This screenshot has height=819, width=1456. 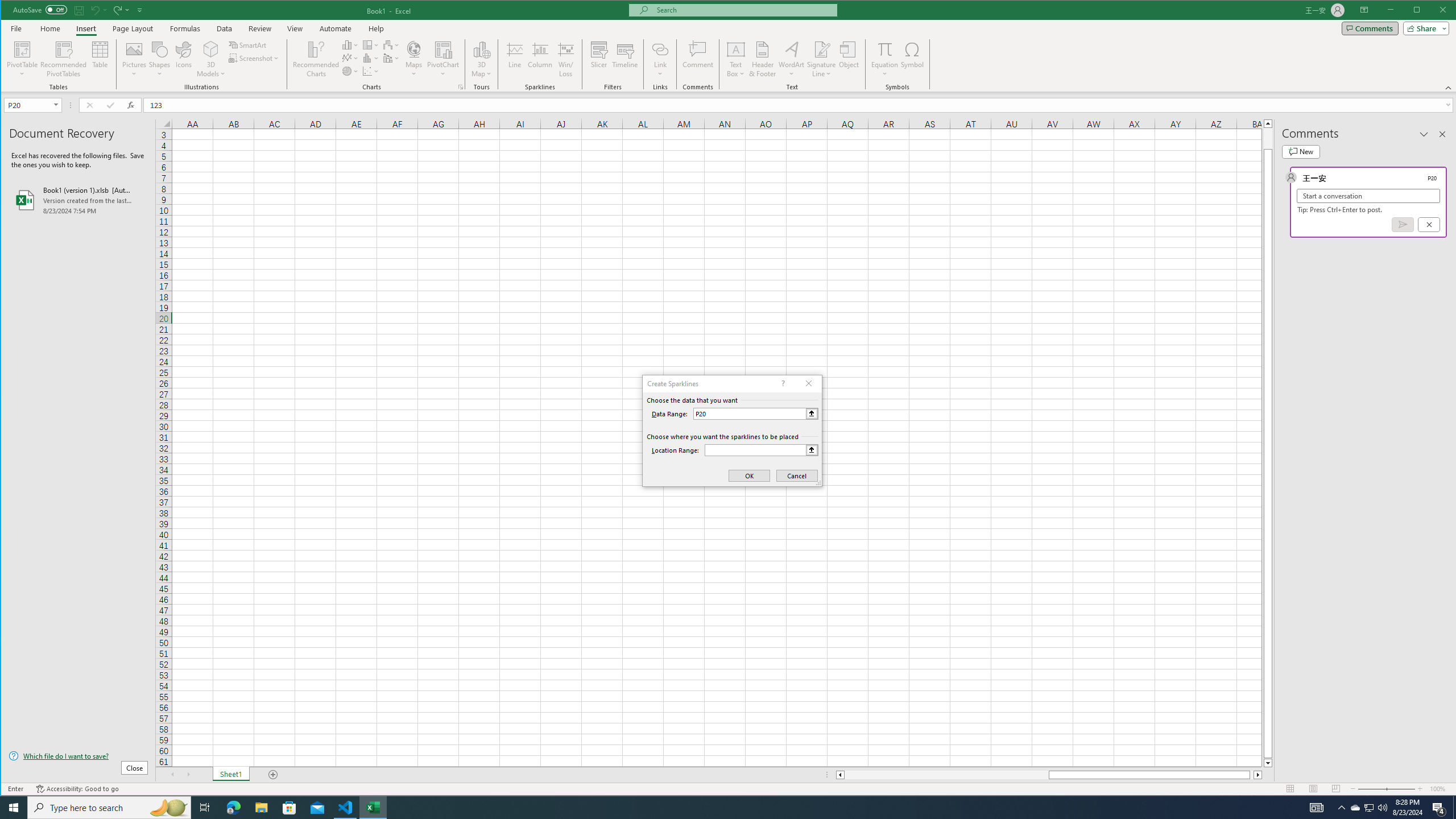 I want to click on 'Win/Loss', so click(x=565, y=59).